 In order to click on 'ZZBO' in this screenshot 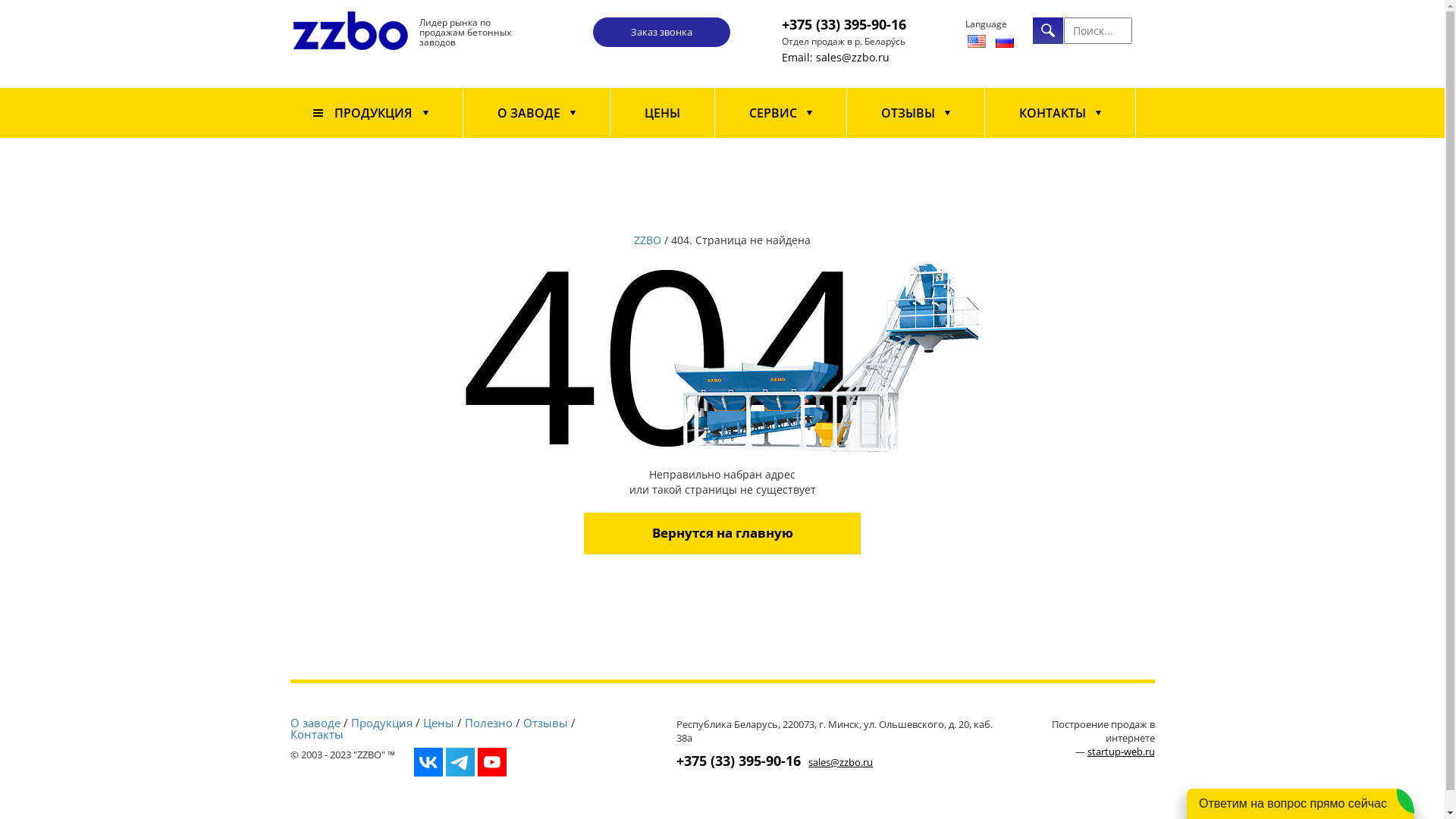, I will do `click(648, 239)`.